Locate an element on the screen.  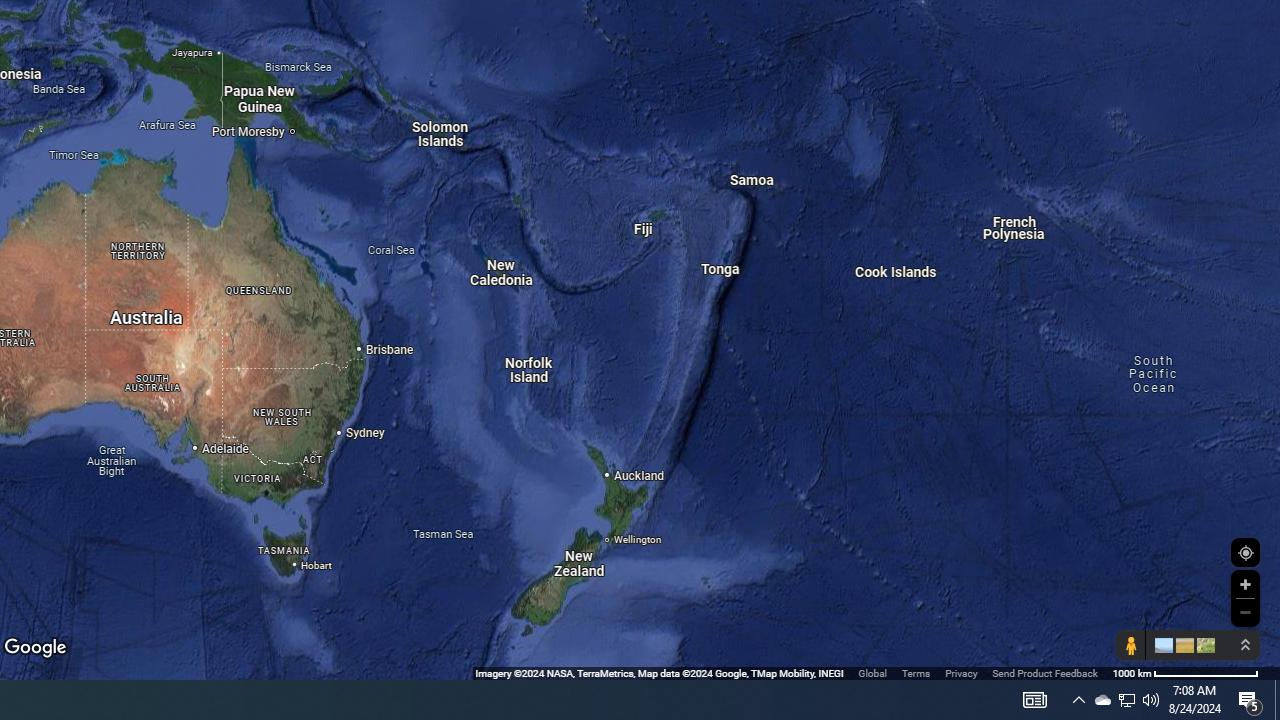
'Show imagery' is located at coordinates (1202, 645).